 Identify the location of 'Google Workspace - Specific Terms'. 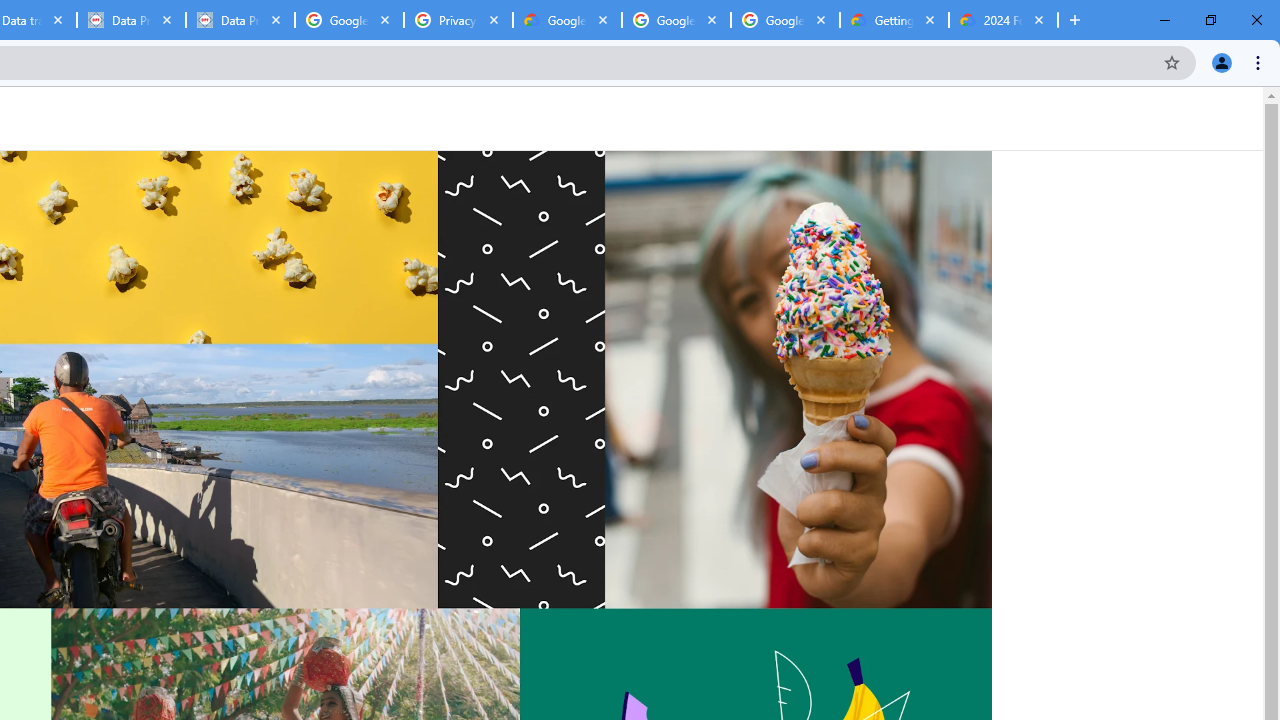
(676, 20).